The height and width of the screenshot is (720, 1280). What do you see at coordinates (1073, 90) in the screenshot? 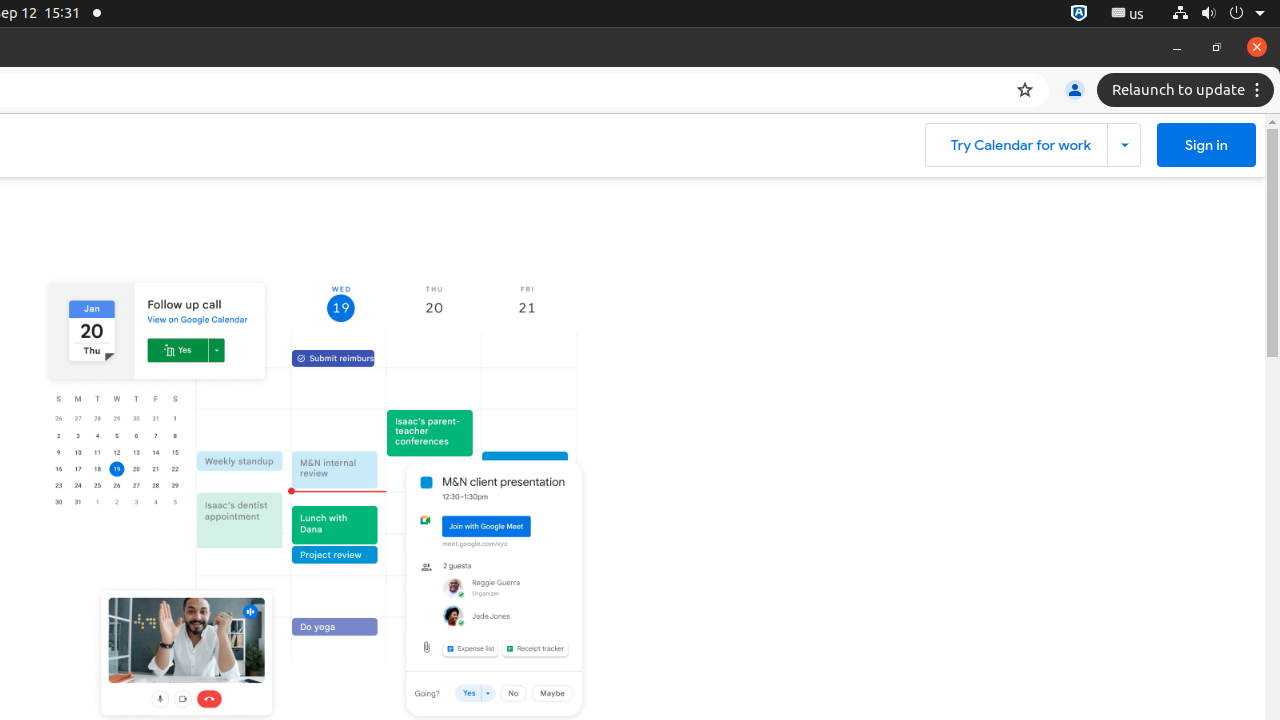
I see `'You'` at bounding box center [1073, 90].